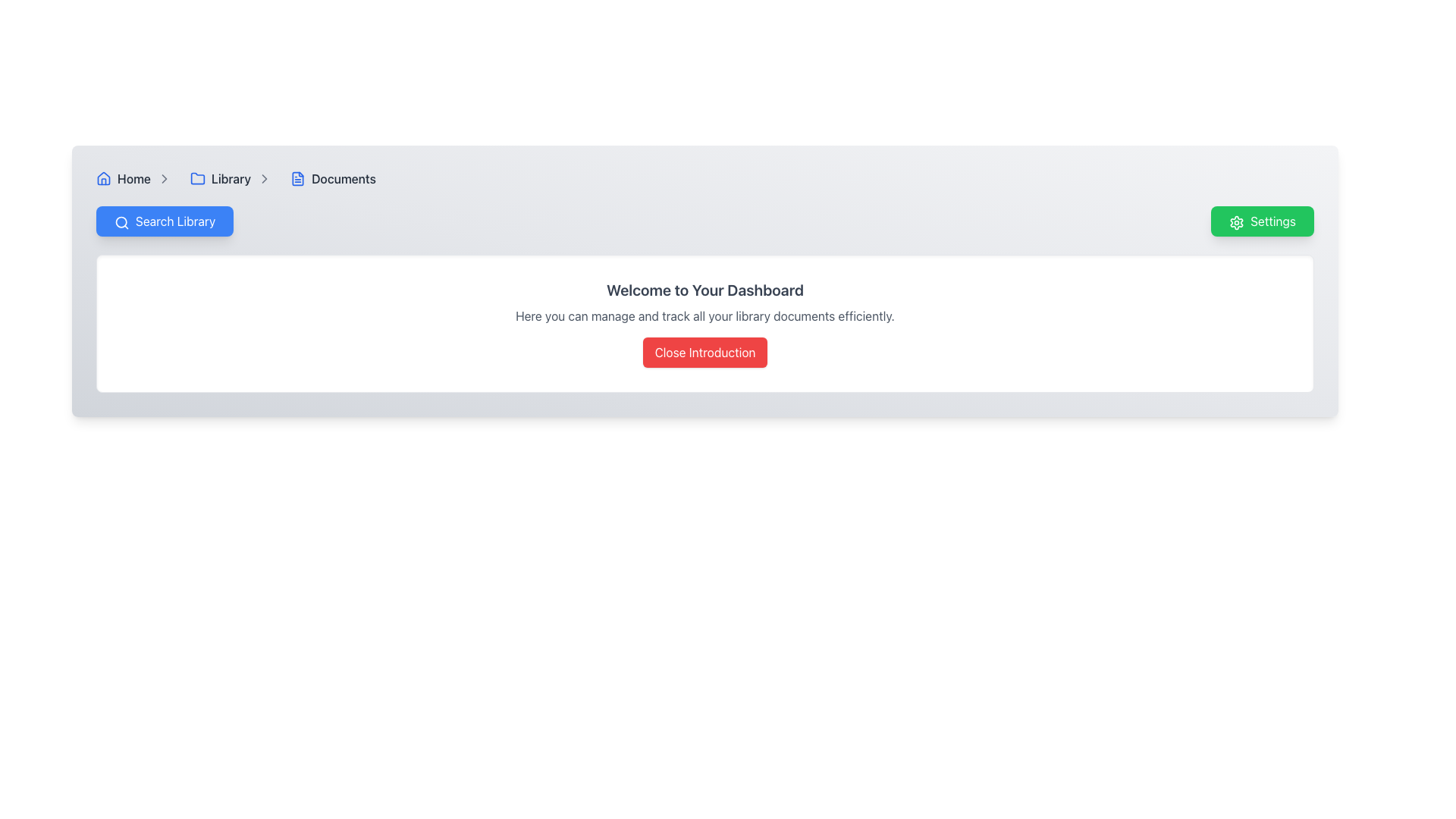 Image resolution: width=1456 pixels, height=819 pixels. I want to click on the second chevron icon in the breadcrumb navigation bar, which separates 'Home' and 'Library', so click(164, 177).